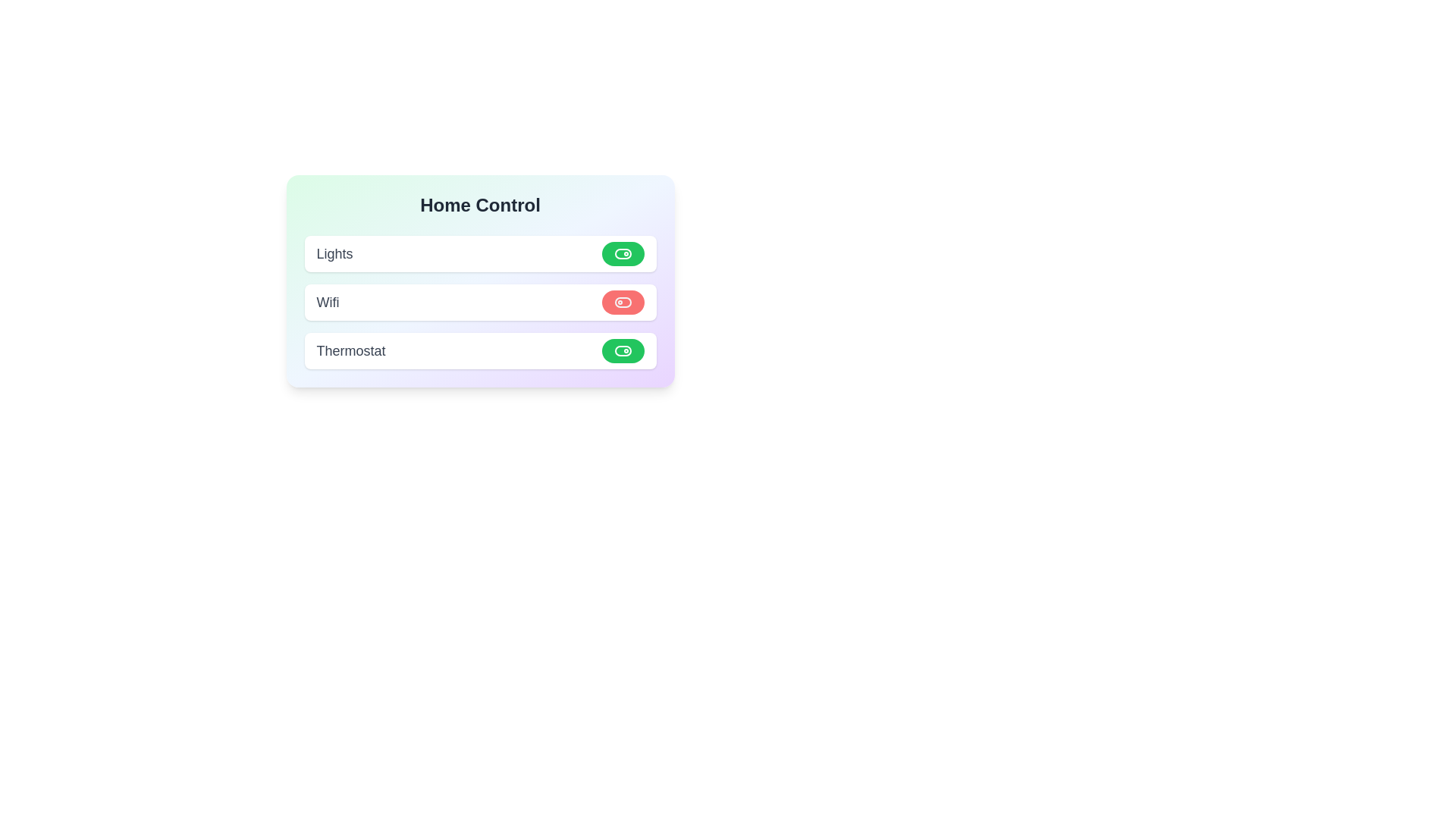 The height and width of the screenshot is (819, 1456). Describe the element at coordinates (334, 253) in the screenshot. I see `the text label displaying 'Lights' in bold dark gray located in the first row of the control panel` at that location.